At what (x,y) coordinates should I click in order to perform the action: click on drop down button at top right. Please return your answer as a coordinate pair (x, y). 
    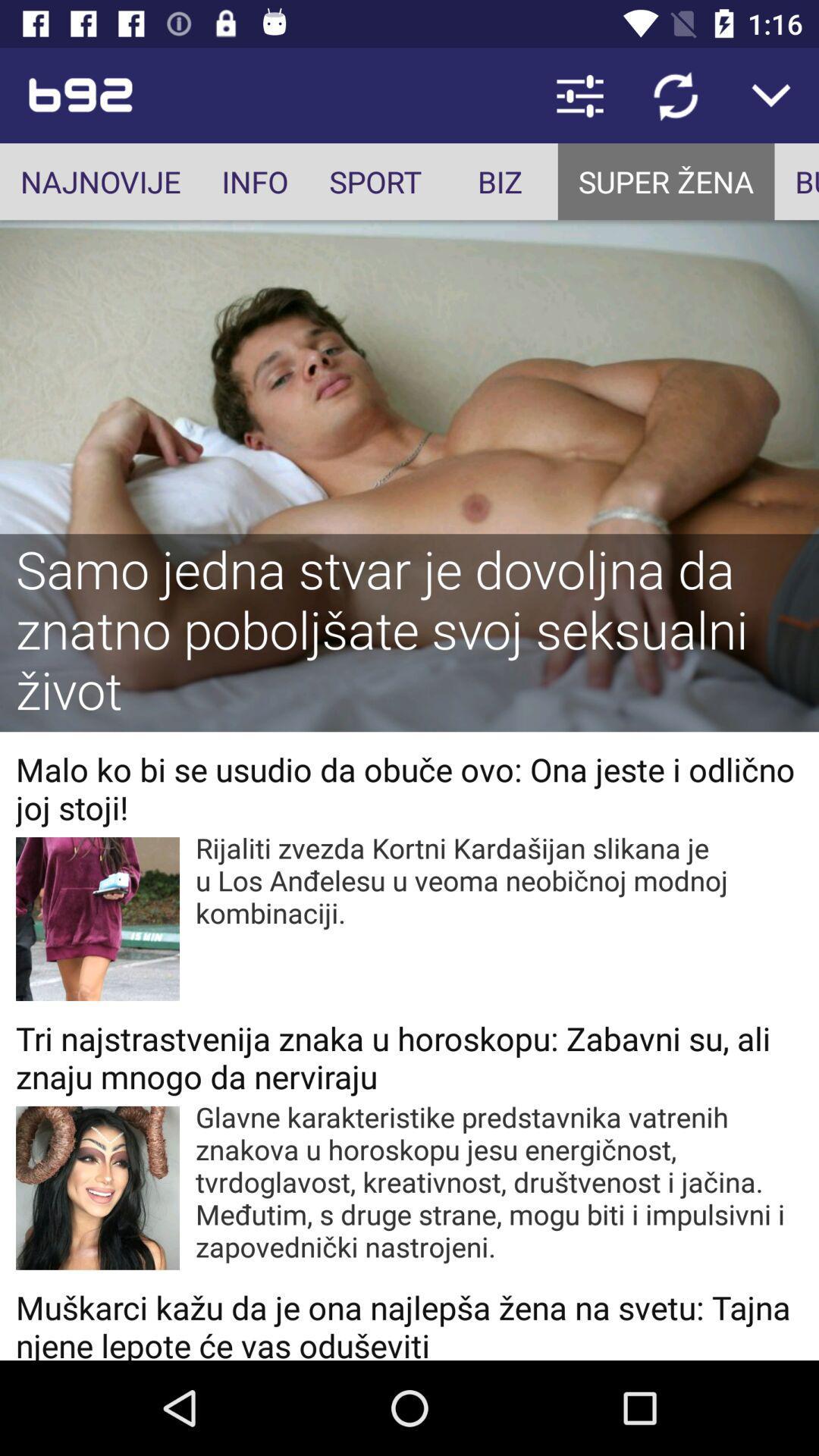
    Looking at the image, I should click on (771, 94).